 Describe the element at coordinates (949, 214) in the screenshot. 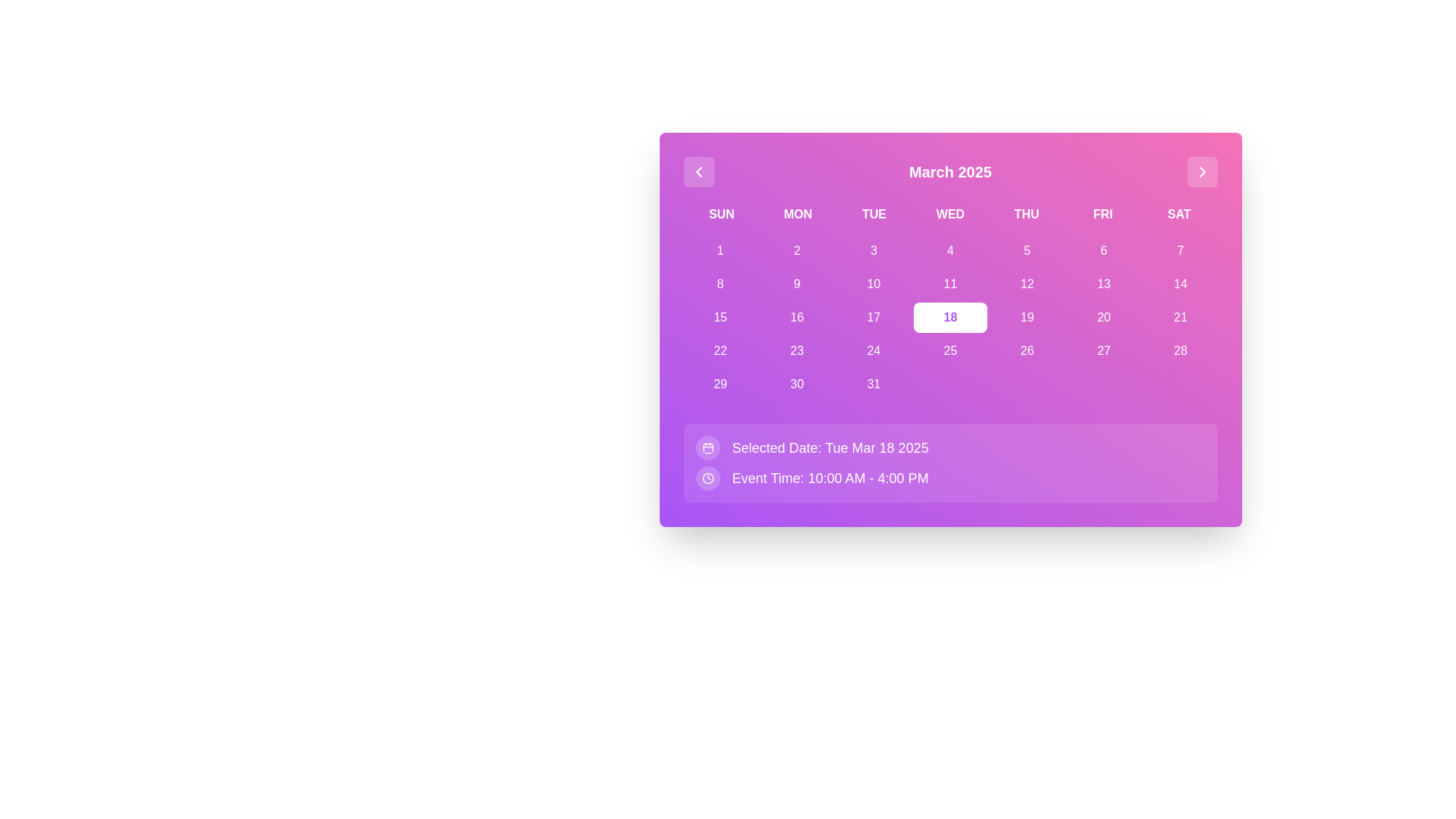

I see `the static label group indicating the days of the week in the calendar header, located just below the month and year title` at that location.